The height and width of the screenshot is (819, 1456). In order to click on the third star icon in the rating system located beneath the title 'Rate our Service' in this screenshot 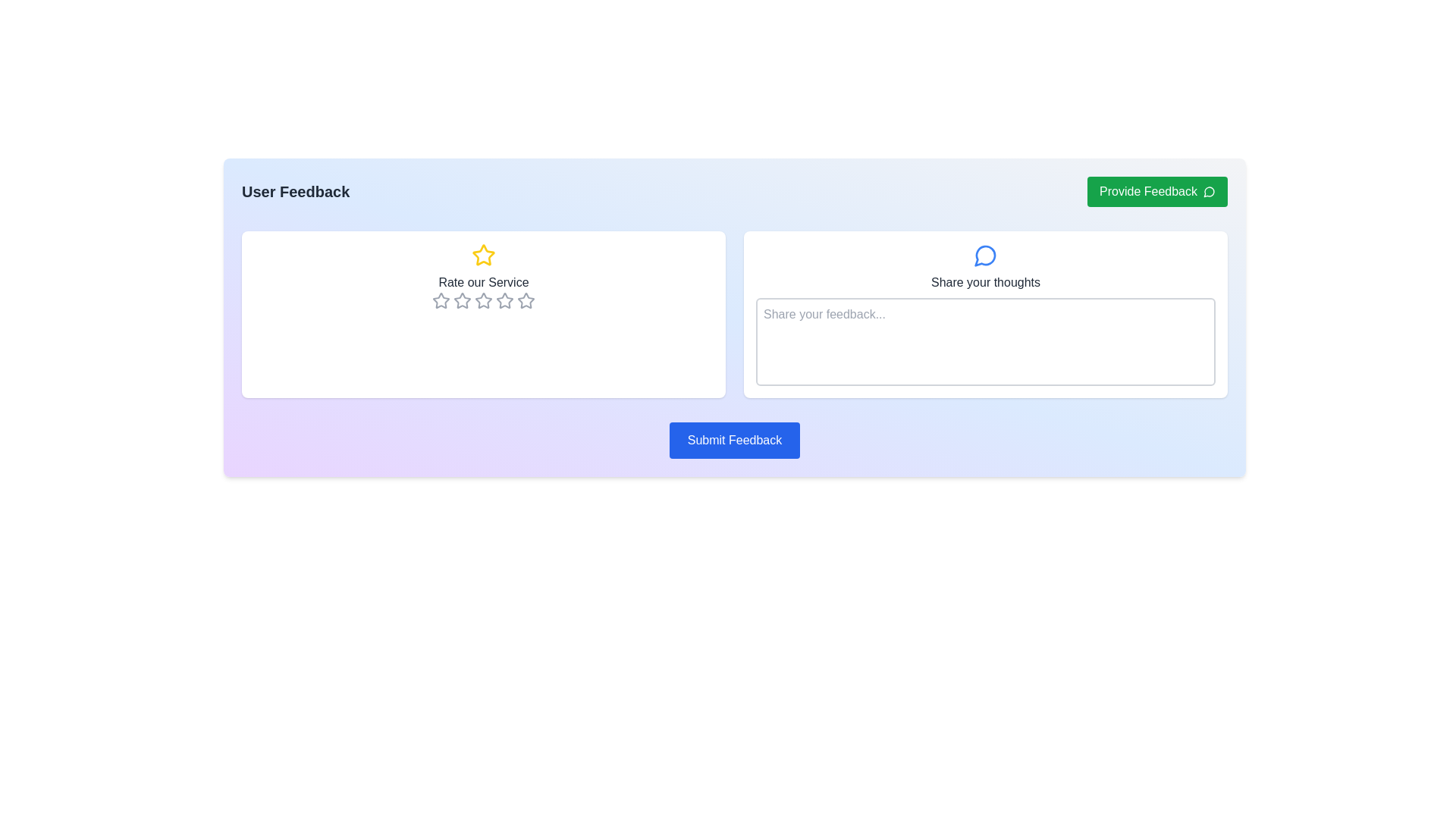, I will do `click(461, 301)`.